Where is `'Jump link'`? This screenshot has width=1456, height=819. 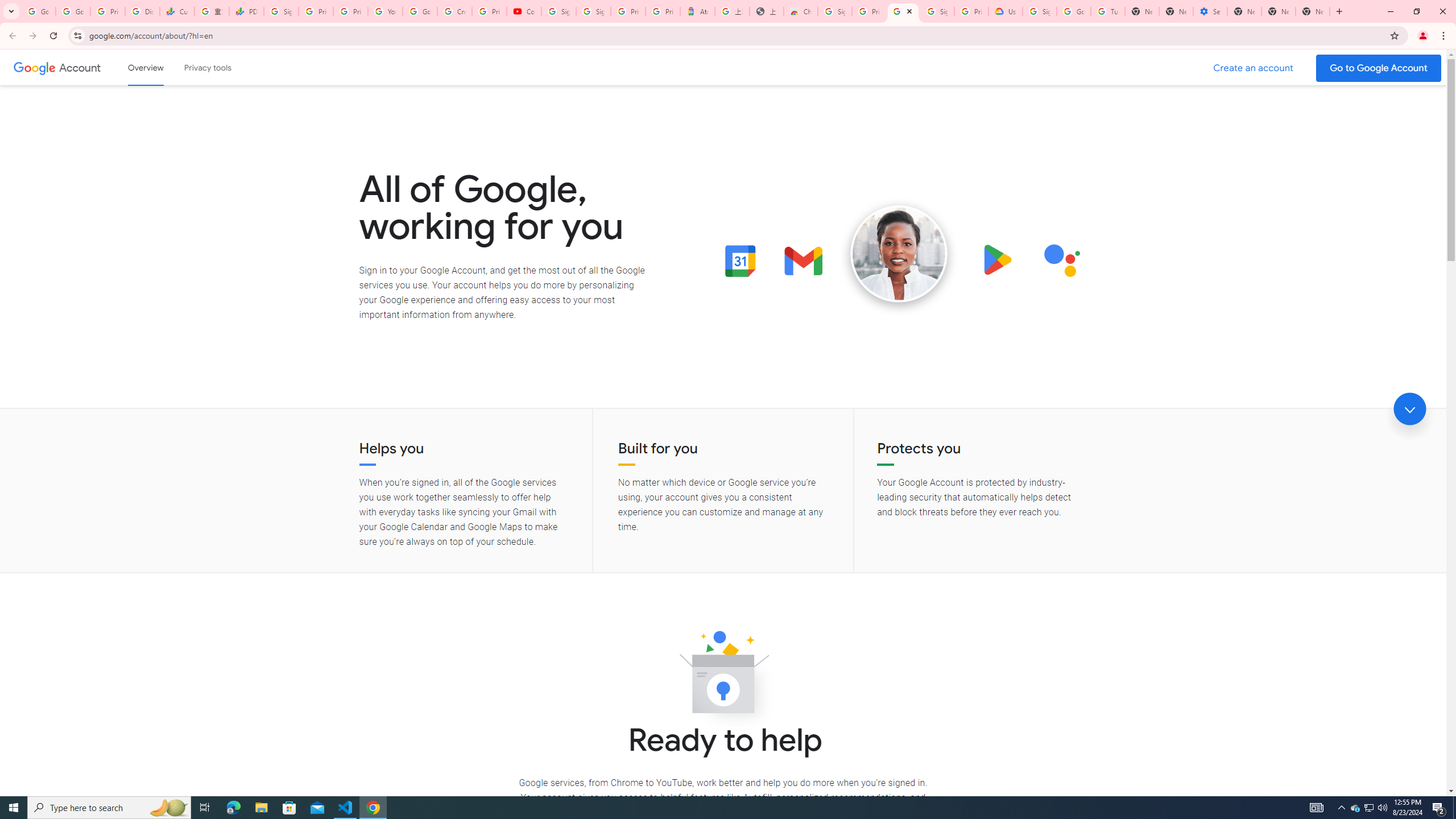
'Jump link' is located at coordinates (1409, 409).